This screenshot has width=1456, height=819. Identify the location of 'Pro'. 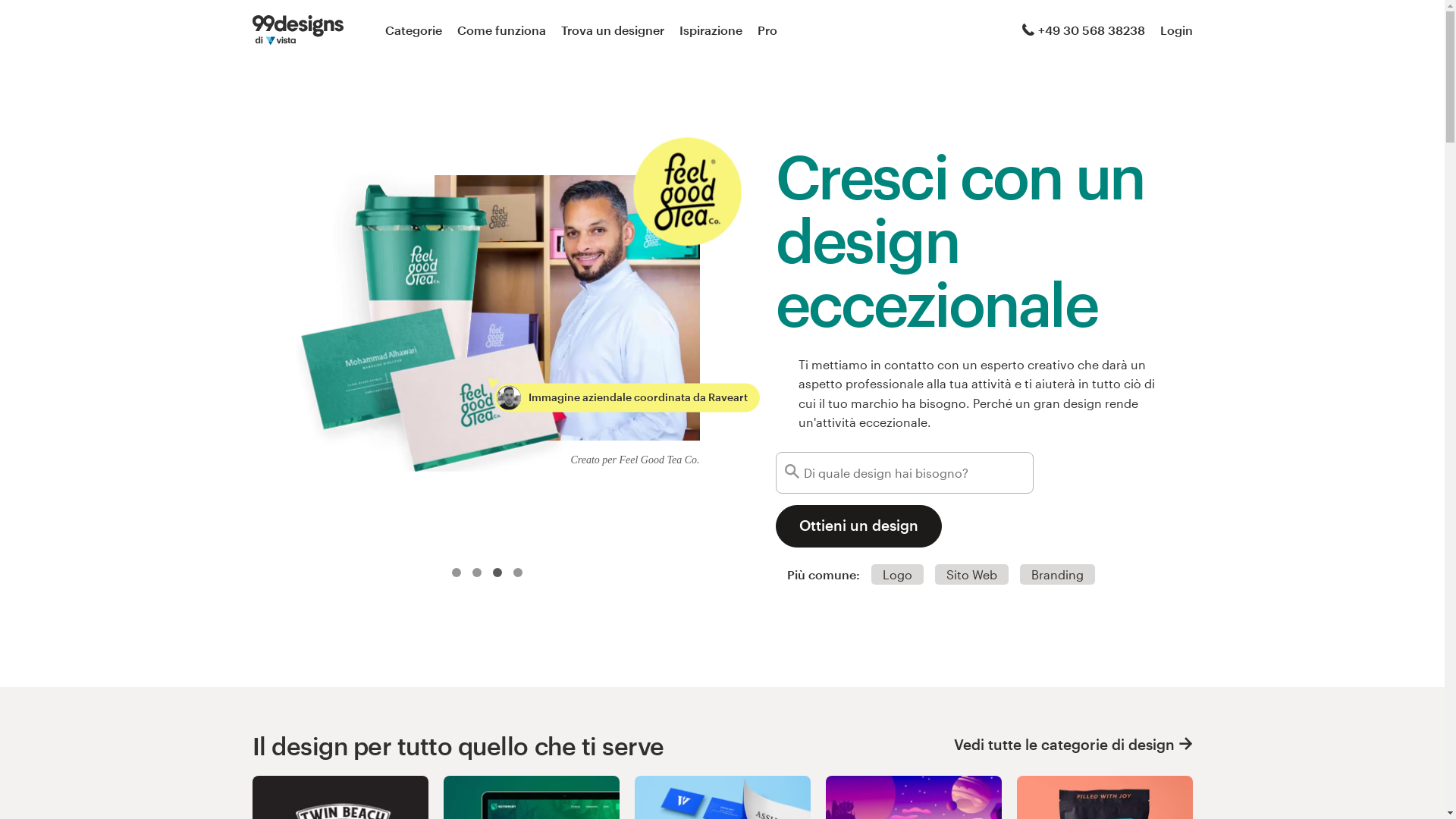
(767, 30).